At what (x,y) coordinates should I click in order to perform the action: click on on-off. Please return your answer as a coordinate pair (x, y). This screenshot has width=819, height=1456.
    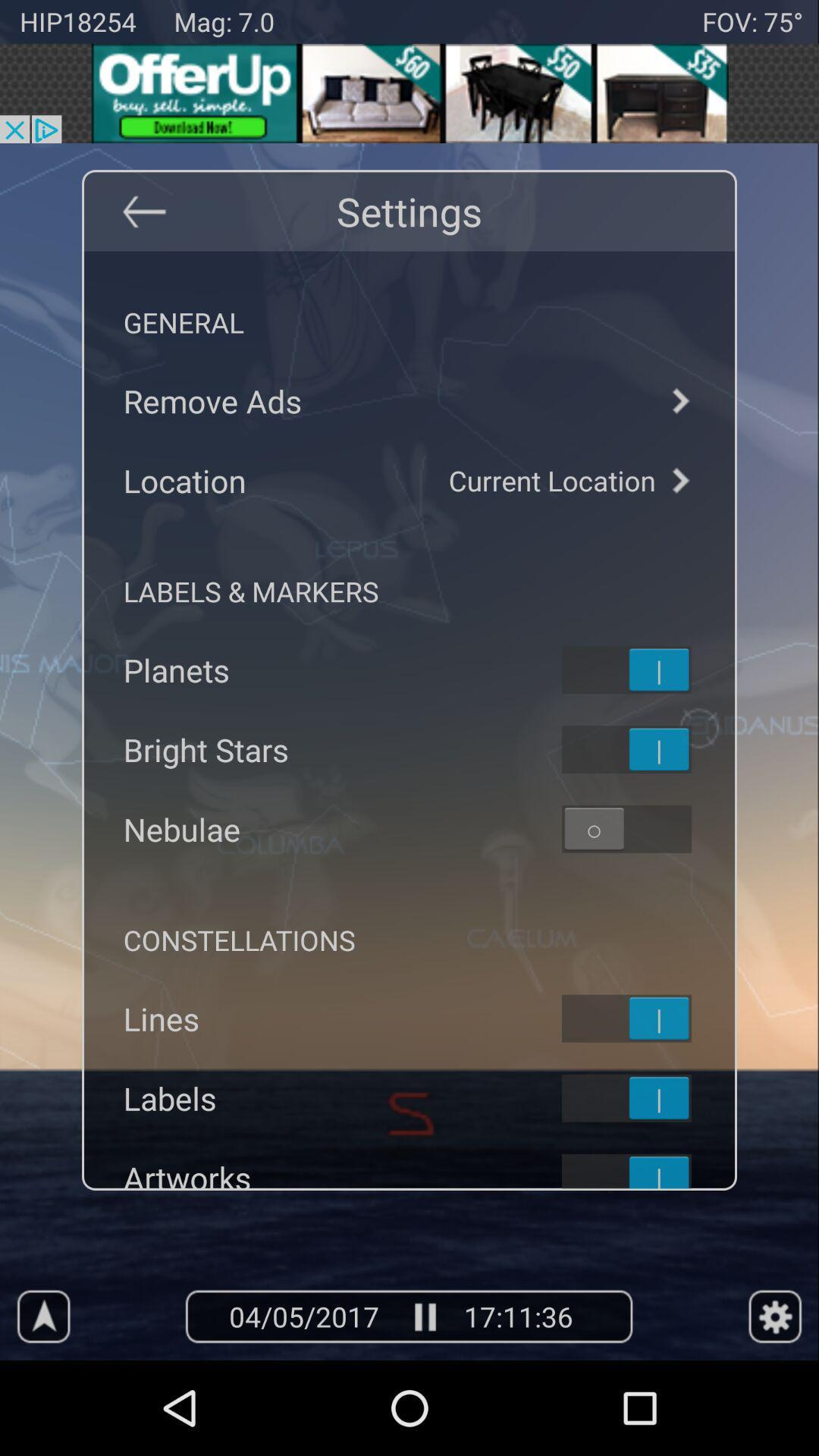
    Looking at the image, I should click on (646, 1168).